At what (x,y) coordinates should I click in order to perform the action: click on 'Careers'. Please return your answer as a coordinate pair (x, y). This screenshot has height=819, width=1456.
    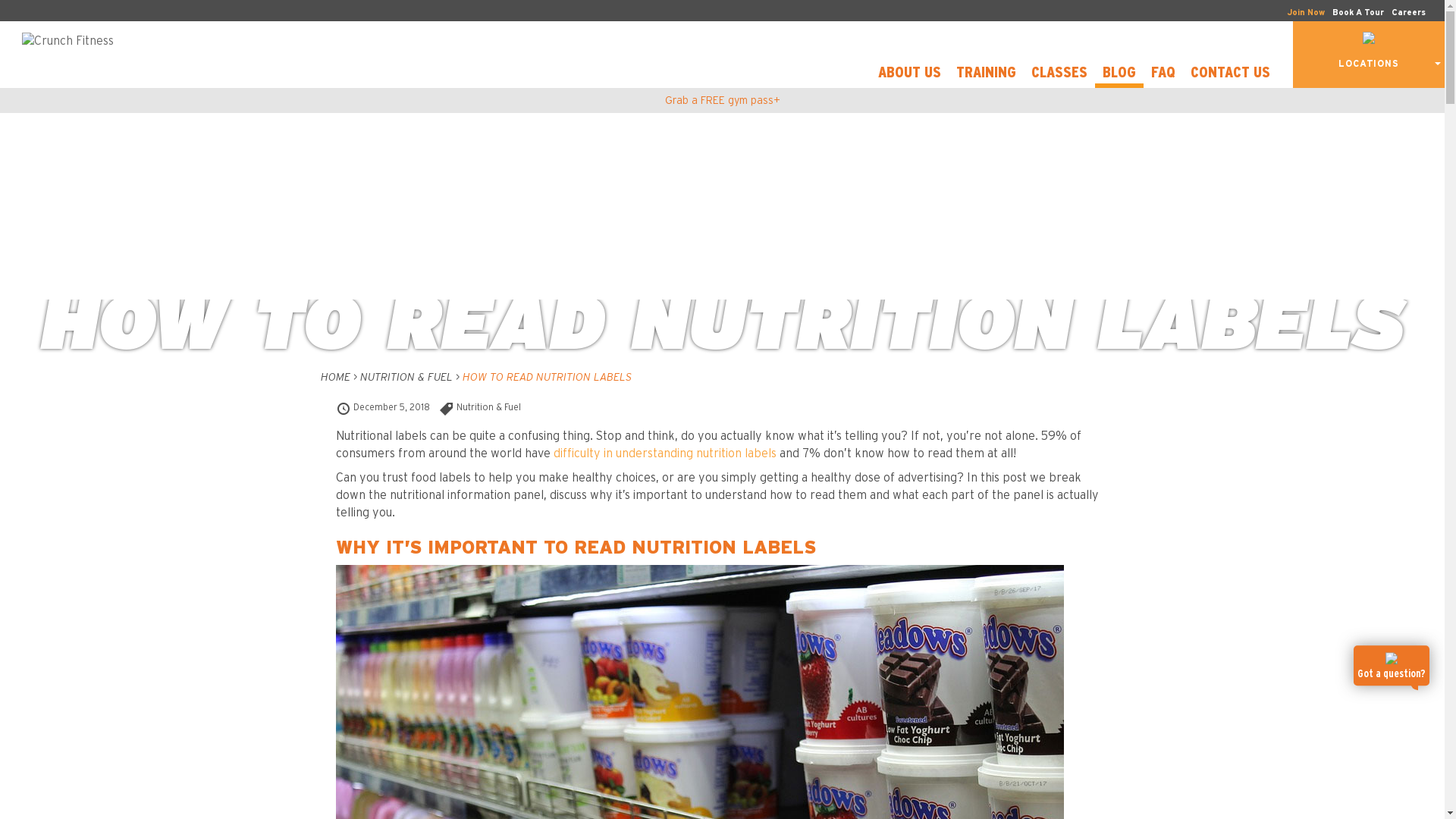
    Looking at the image, I should click on (1407, 12).